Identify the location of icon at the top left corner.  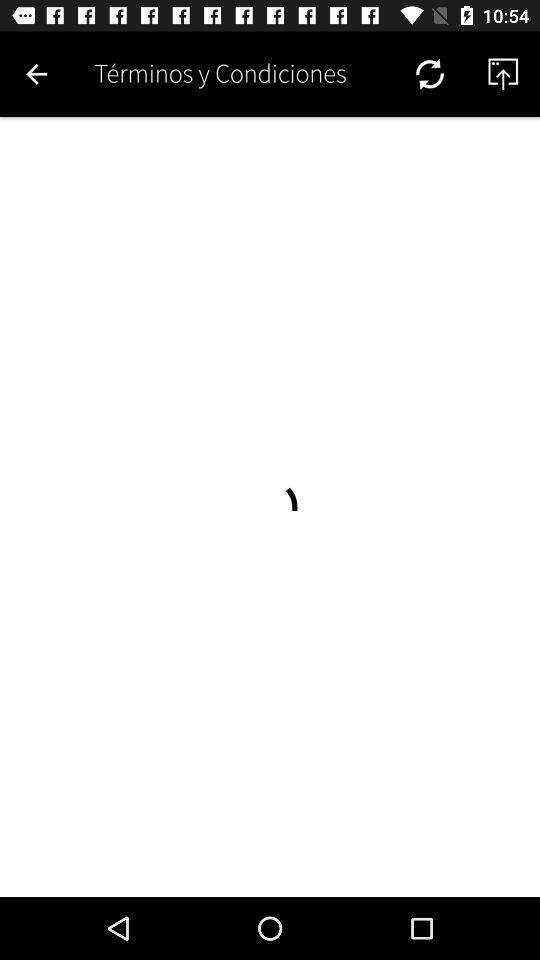
(36, 74).